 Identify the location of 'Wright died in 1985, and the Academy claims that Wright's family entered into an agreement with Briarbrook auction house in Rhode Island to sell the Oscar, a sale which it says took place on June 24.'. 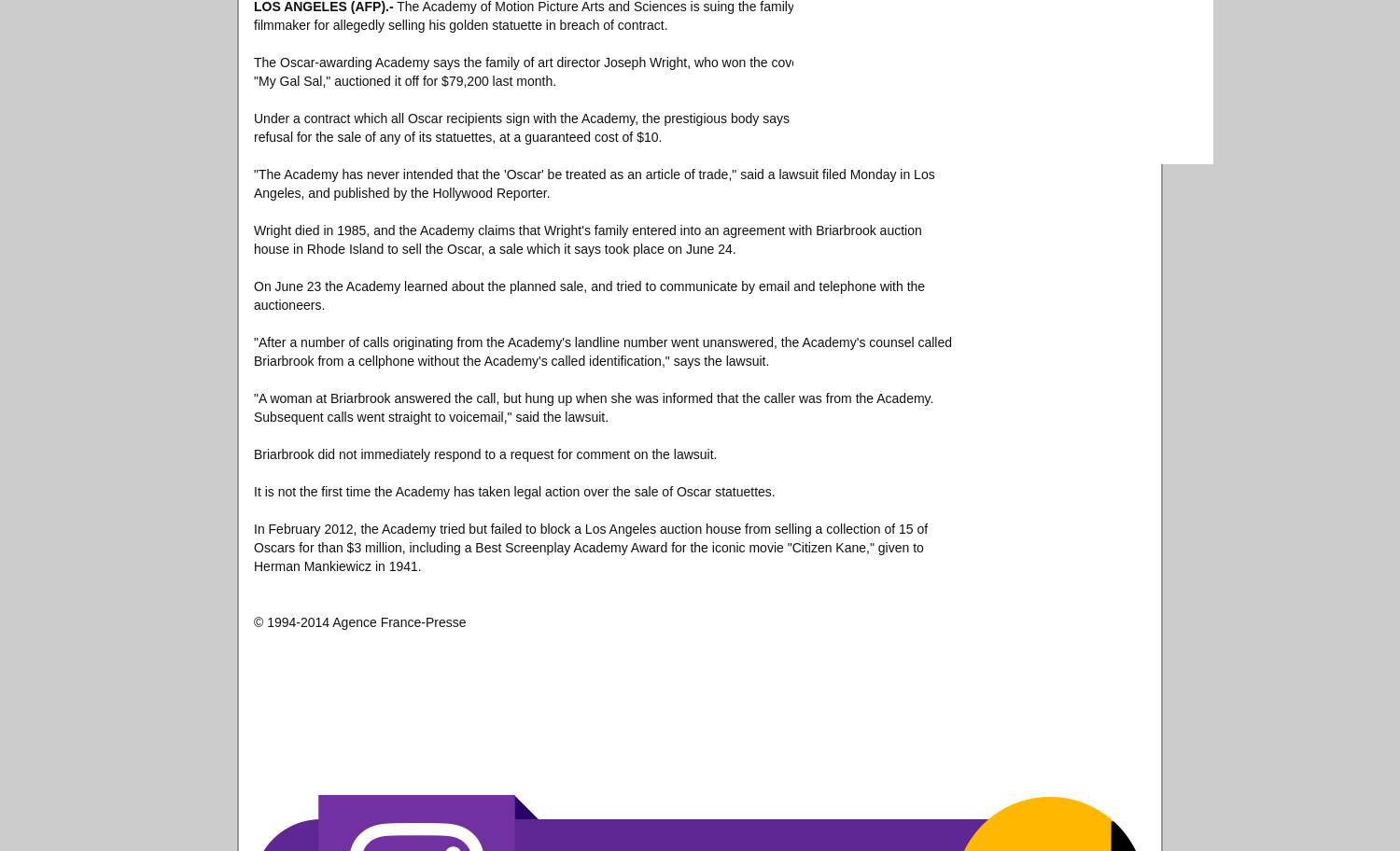
(587, 238).